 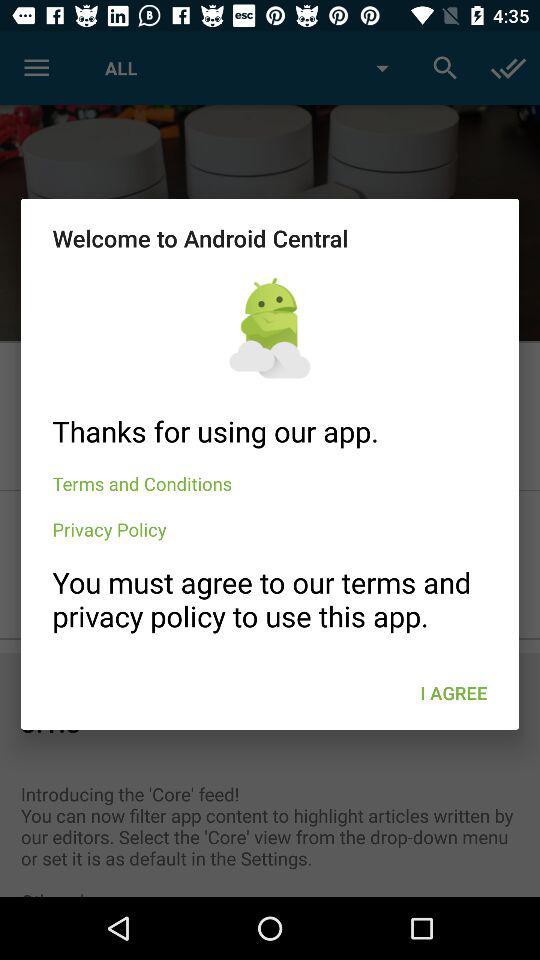 What do you see at coordinates (453, 693) in the screenshot?
I see `item below the you must agree` at bounding box center [453, 693].